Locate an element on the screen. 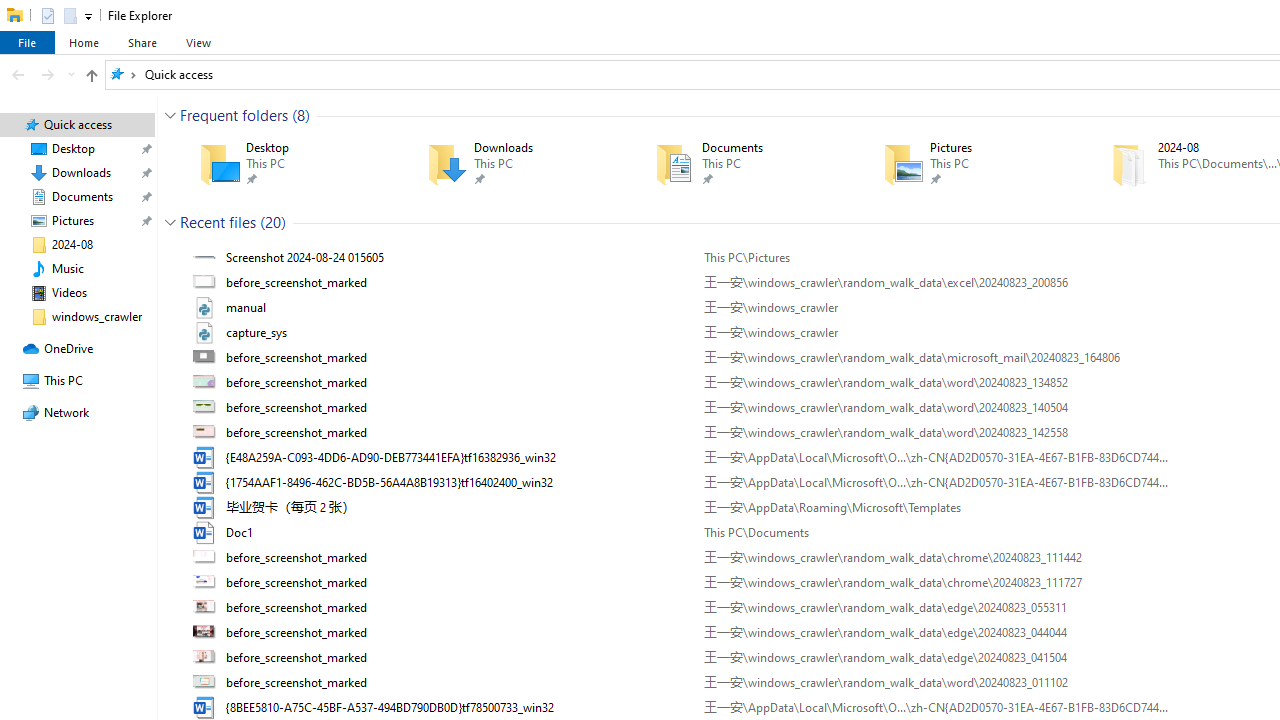 This screenshot has width=1280, height=720. 'Up band toolbar' is located at coordinates (90, 77).